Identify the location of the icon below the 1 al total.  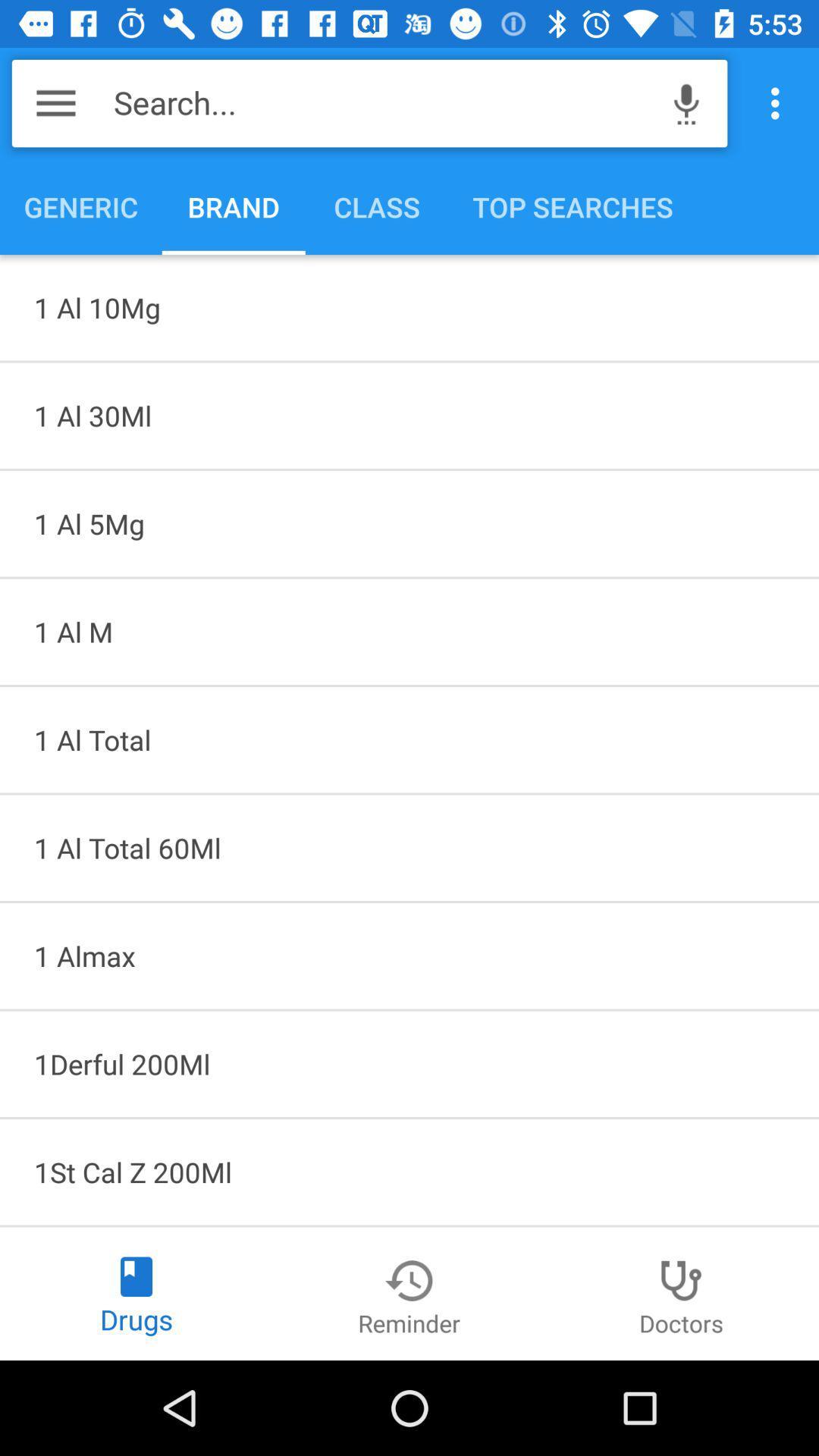
(409, 955).